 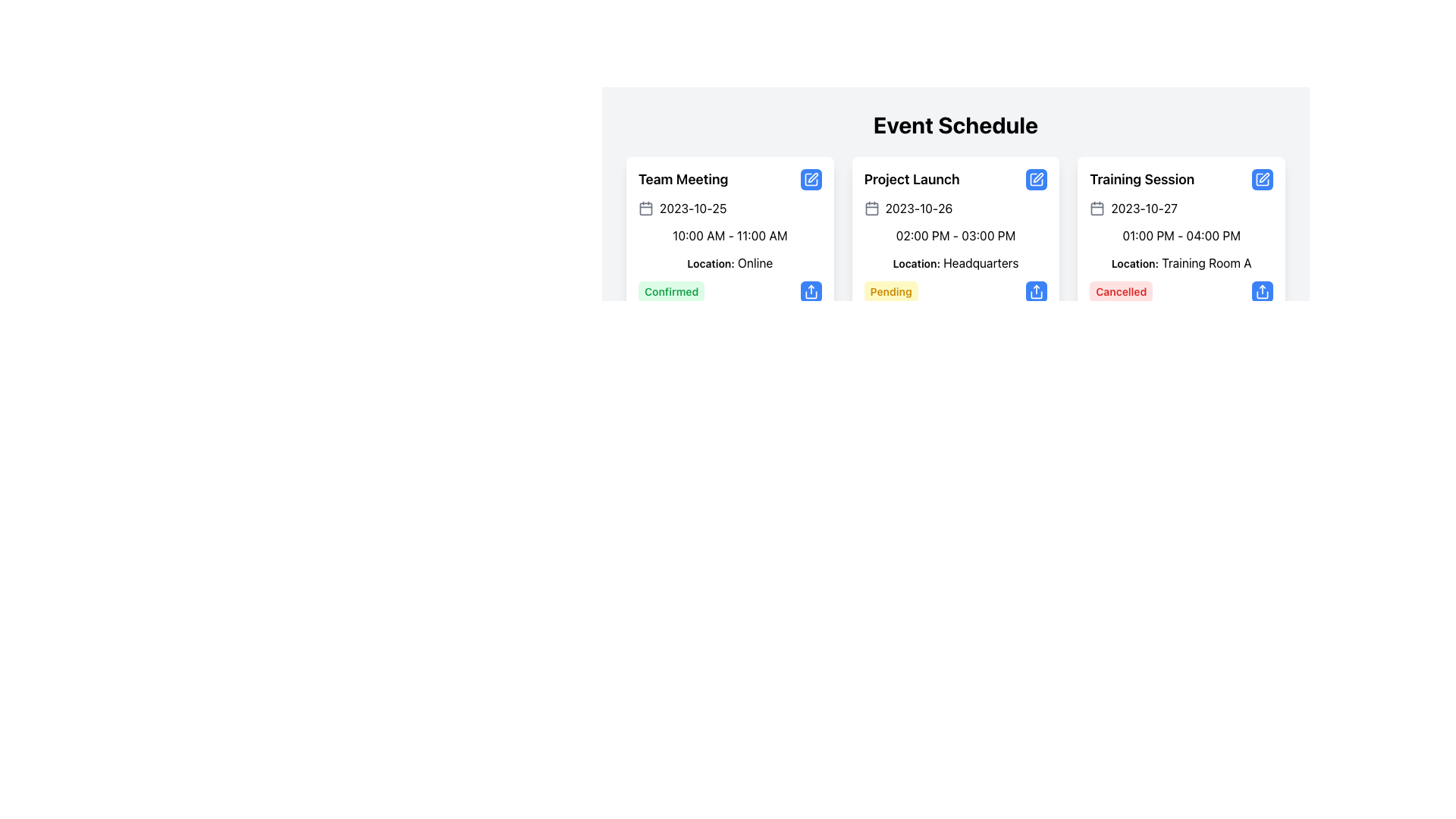 I want to click on the text label indicating the location 'Headquarters' within the 'Project Launch' card, which is positioned below the time range '02:00 PM - 03:00 PM', so click(x=955, y=262).